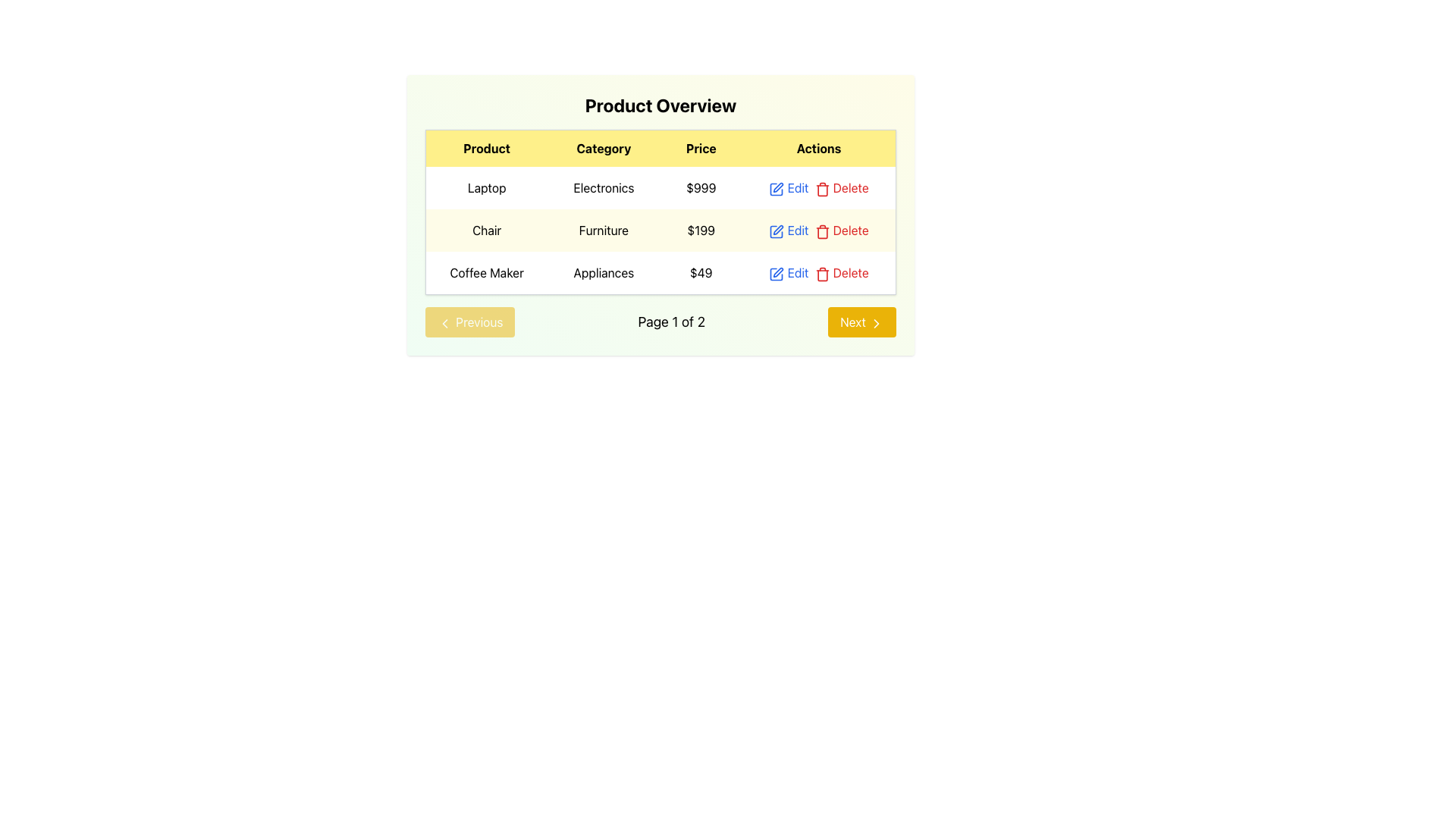 Image resolution: width=1456 pixels, height=819 pixels. I want to click on the second red trash bin icon in the 'Actions' column of the table for the 'Chair' product, so click(821, 231).